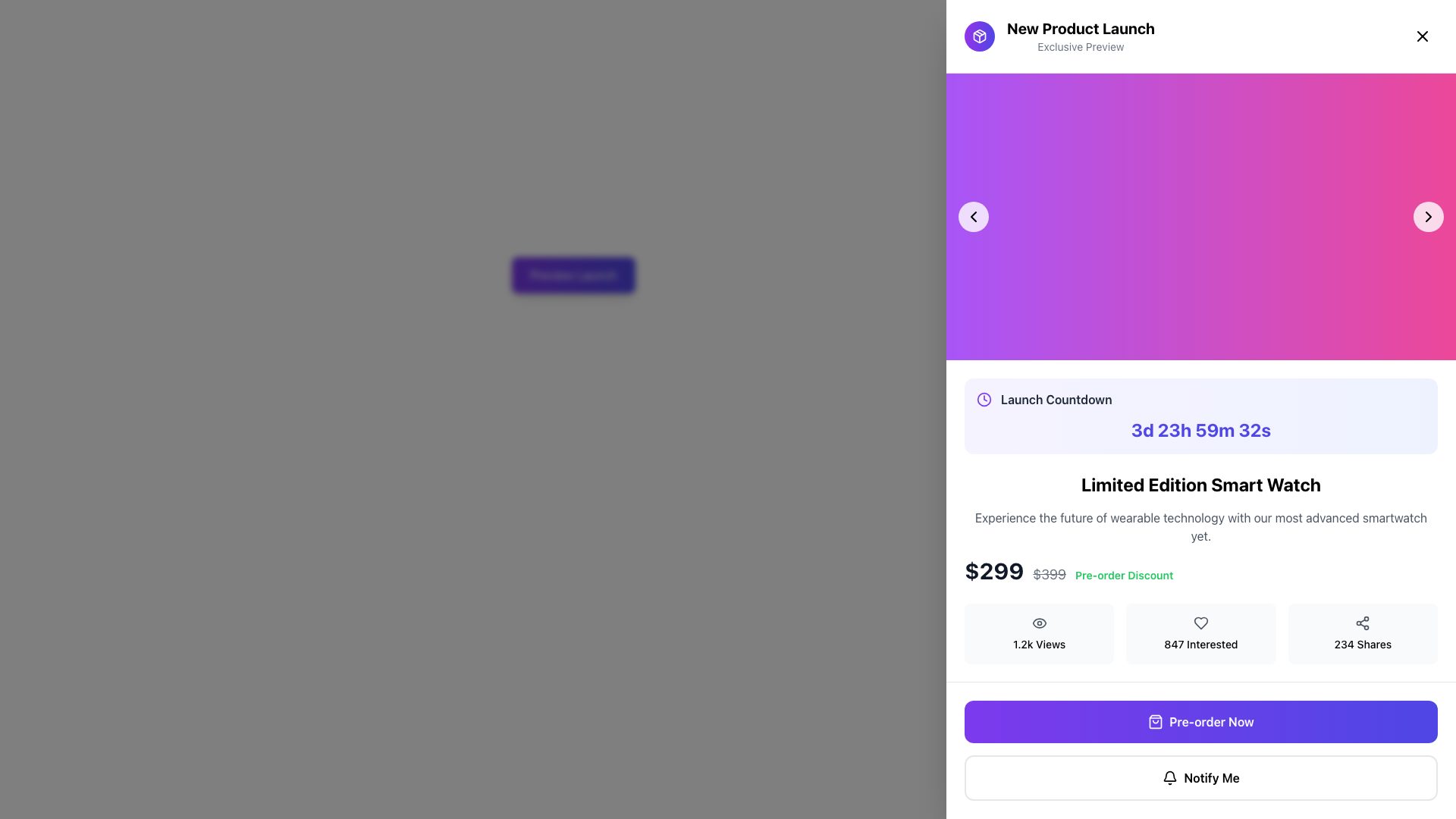 The image size is (1456, 819). Describe the element at coordinates (1200, 634) in the screenshot. I see `the Informational widget that features a heart icon and the text '847 Interested', located between '1.2k Views' and '234 Shares'` at that location.